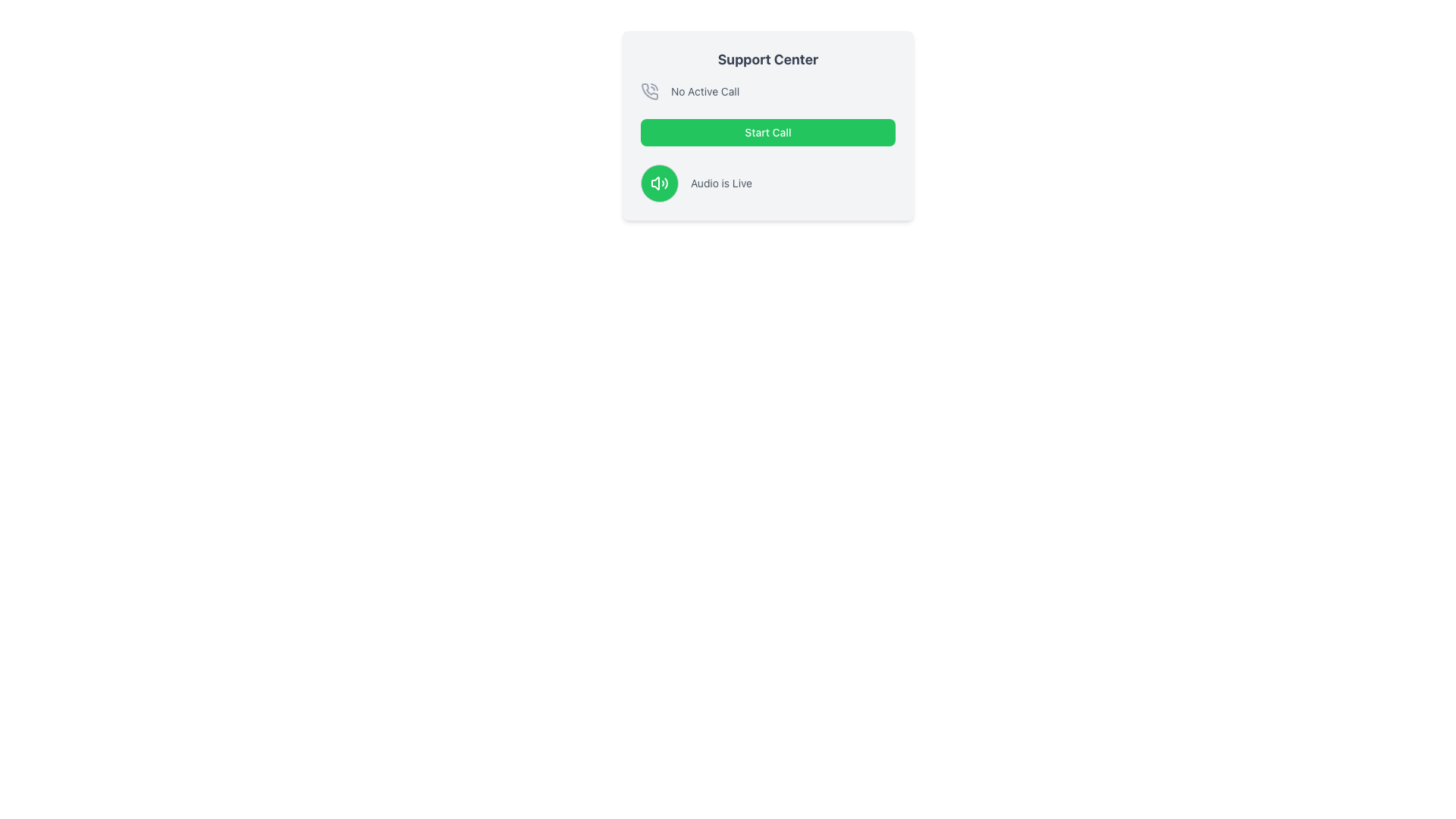 Image resolution: width=1456 pixels, height=819 pixels. What do you see at coordinates (767, 131) in the screenshot?
I see `the 'Start Call' button, which is a green rectangular button with rounded corners containing white text` at bounding box center [767, 131].